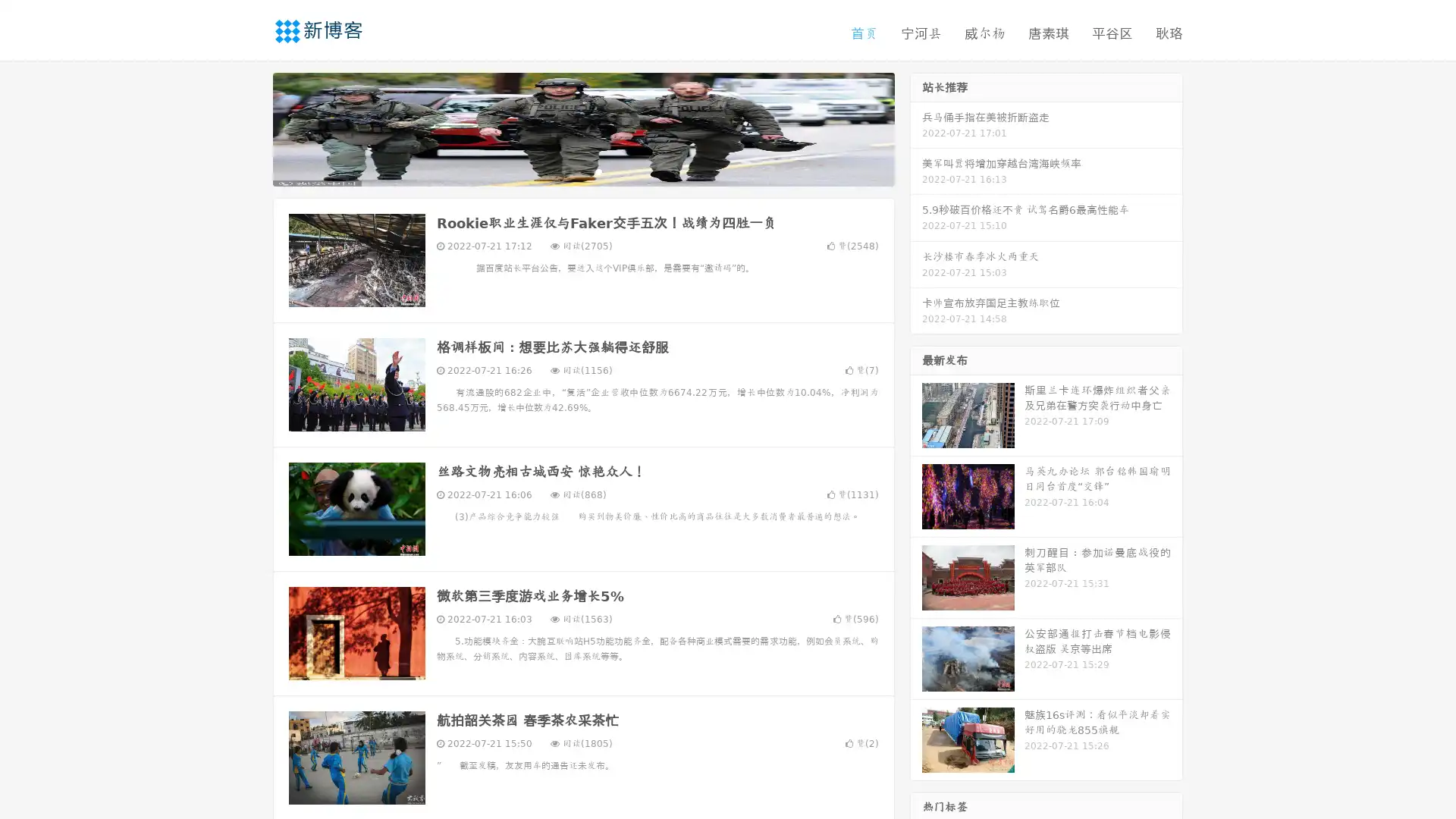 This screenshot has width=1456, height=819. Describe the element at coordinates (250, 127) in the screenshot. I see `Previous slide` at that location.